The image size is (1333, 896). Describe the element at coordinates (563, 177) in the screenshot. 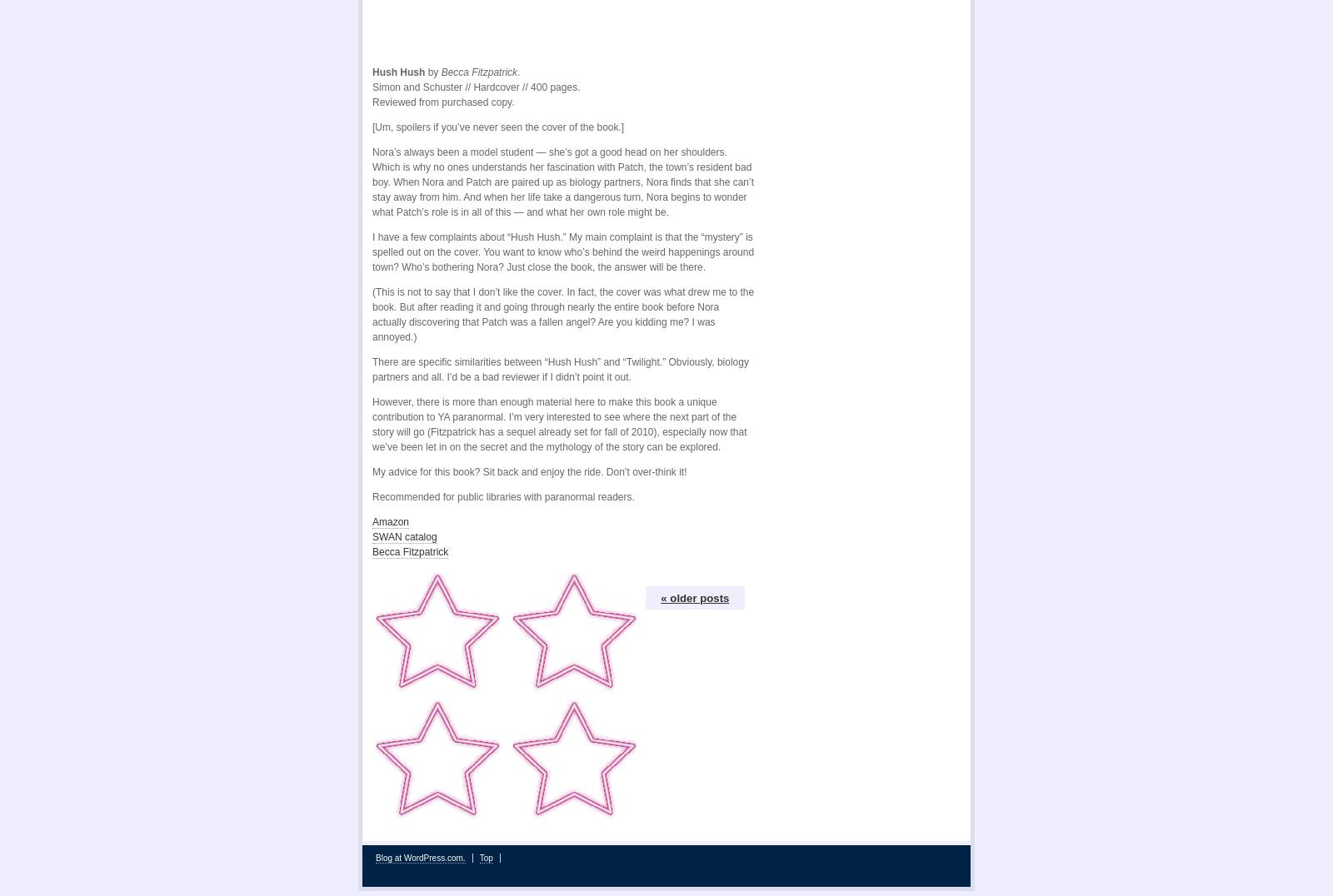

I see `'Nora’s always been a model student — she’s got a good head on her shoulders. Which is why no ones understands her fascination with Patch, the town’s resident bad boy. When Nora and Patch are paired up as biology partners, Nora finds that she can’t stay away from him. And when her life take a dangerous turn, Nora begins to wonder what Patch’s role is in all of this — and what her own role might be.'` at that location.